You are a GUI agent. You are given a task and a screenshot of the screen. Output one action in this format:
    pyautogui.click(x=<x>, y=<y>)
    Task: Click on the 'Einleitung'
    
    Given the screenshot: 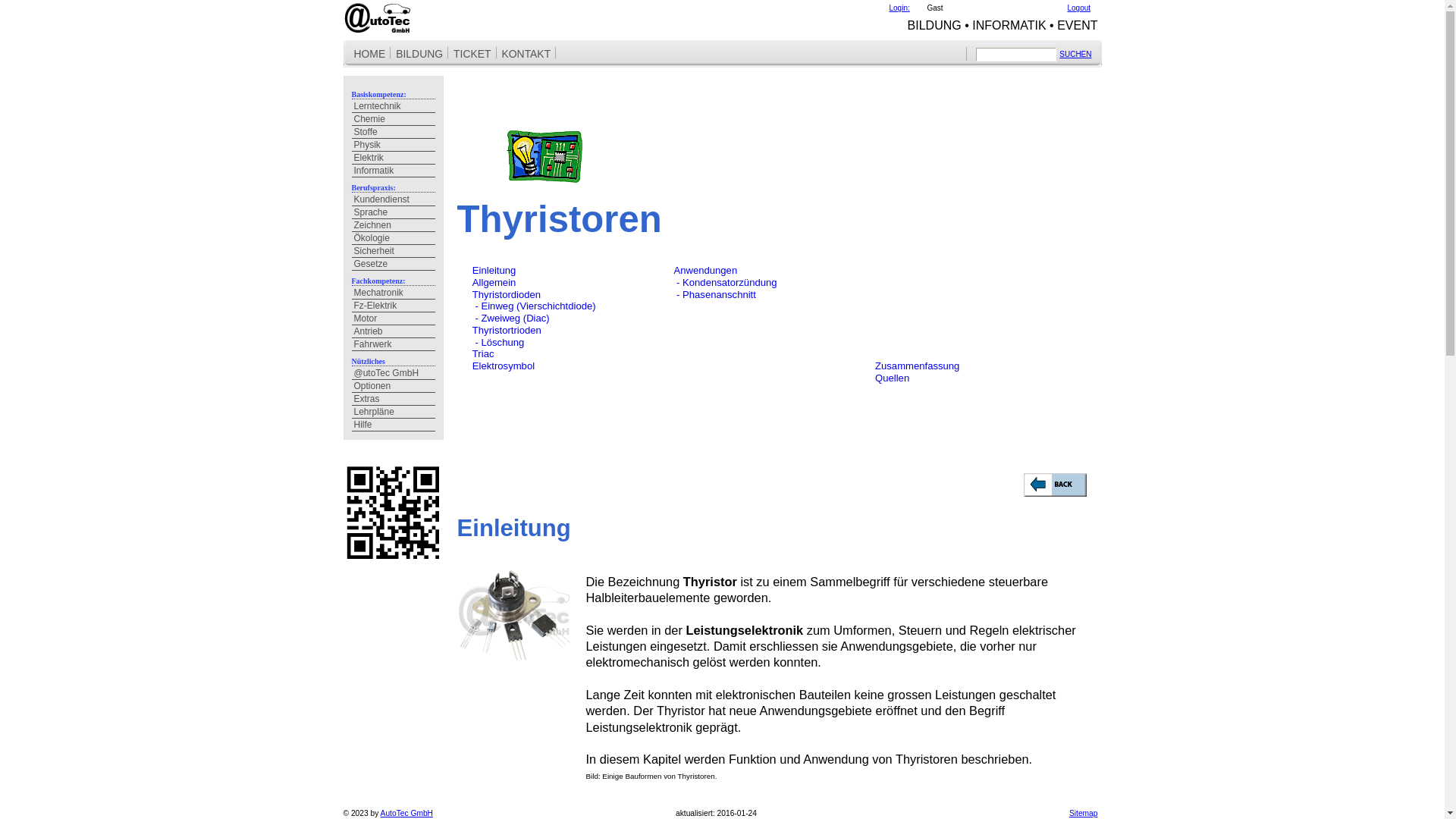 What is the action you would take?
    pyautogui.click(x=472, y=269)
    